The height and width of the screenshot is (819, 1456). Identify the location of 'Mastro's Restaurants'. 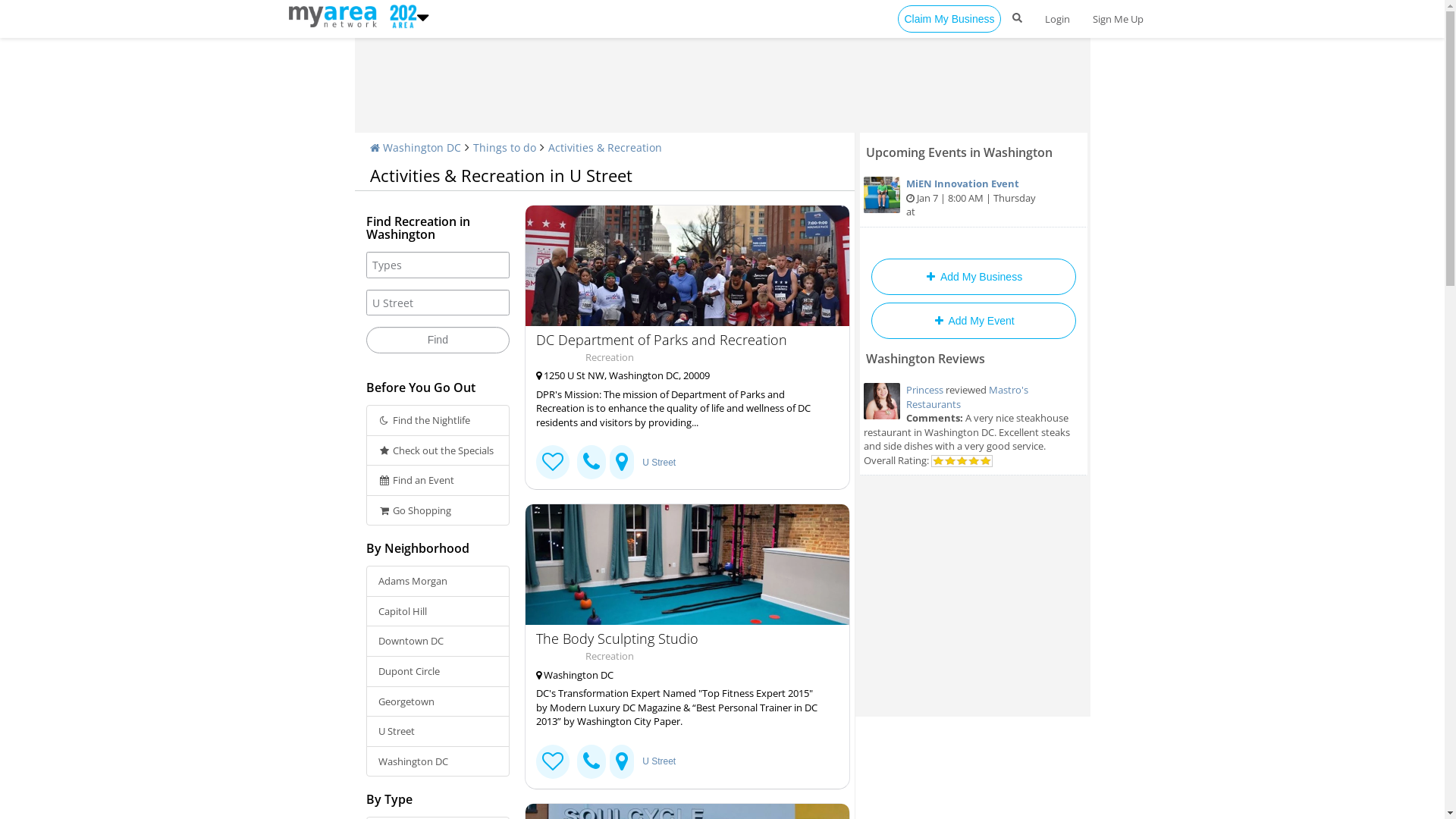
(965, 396).